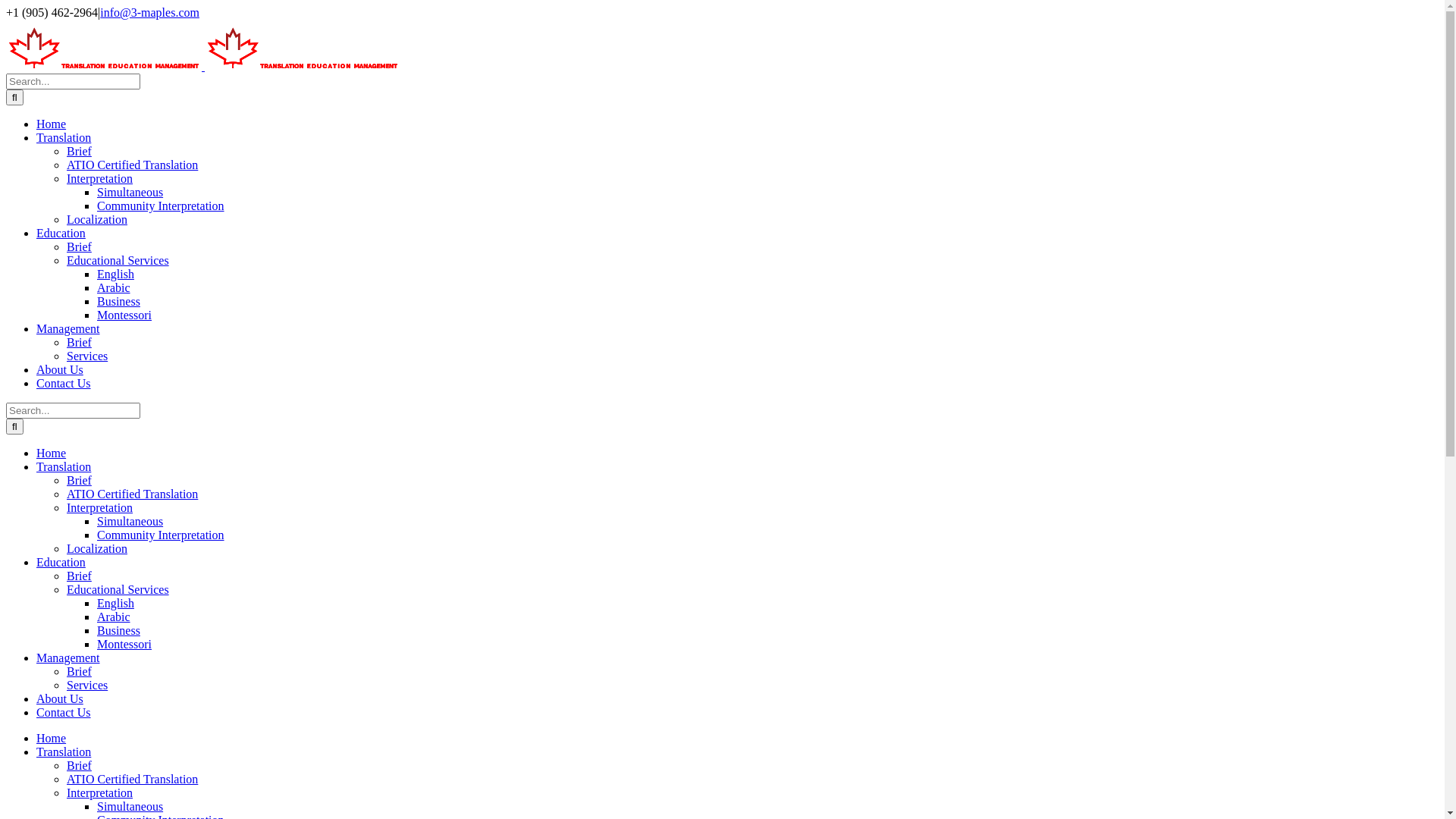 The height and width of the screenshot is (819, 1456). What do you see at coordinates (78, 480) in the screenshot?
I see `'Brief'` at bounding box center [78, 480].